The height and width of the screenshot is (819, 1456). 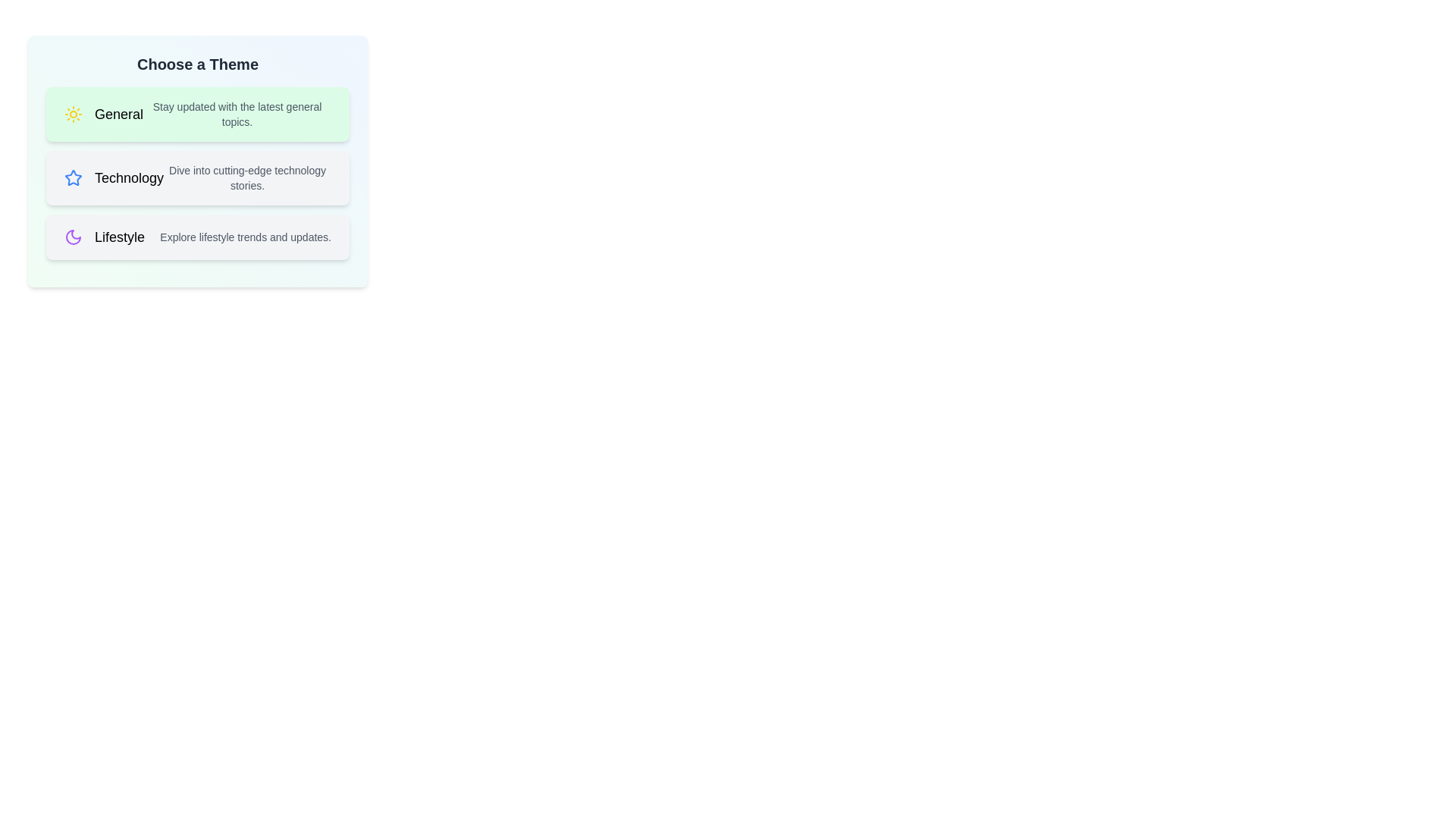 What do you see at coordinates (196, 237) in the screenshot?
I see `the theme Lifestyle from the list` at bounding box center [196, 237].